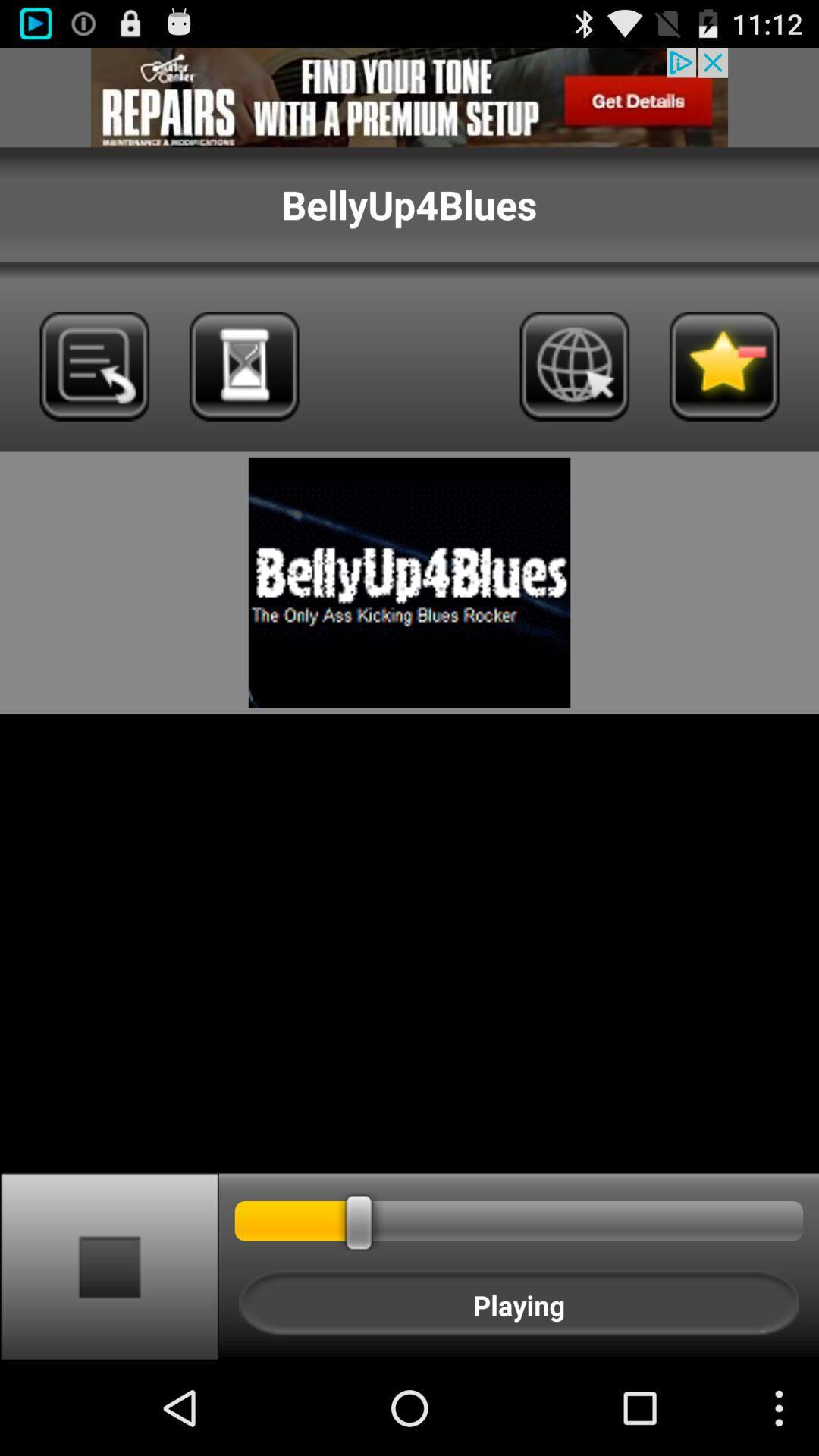 The image size is (819, 1456). Describe the element at coordinates (409, 96) in the screenshot. I see `click advertisement` at that location.